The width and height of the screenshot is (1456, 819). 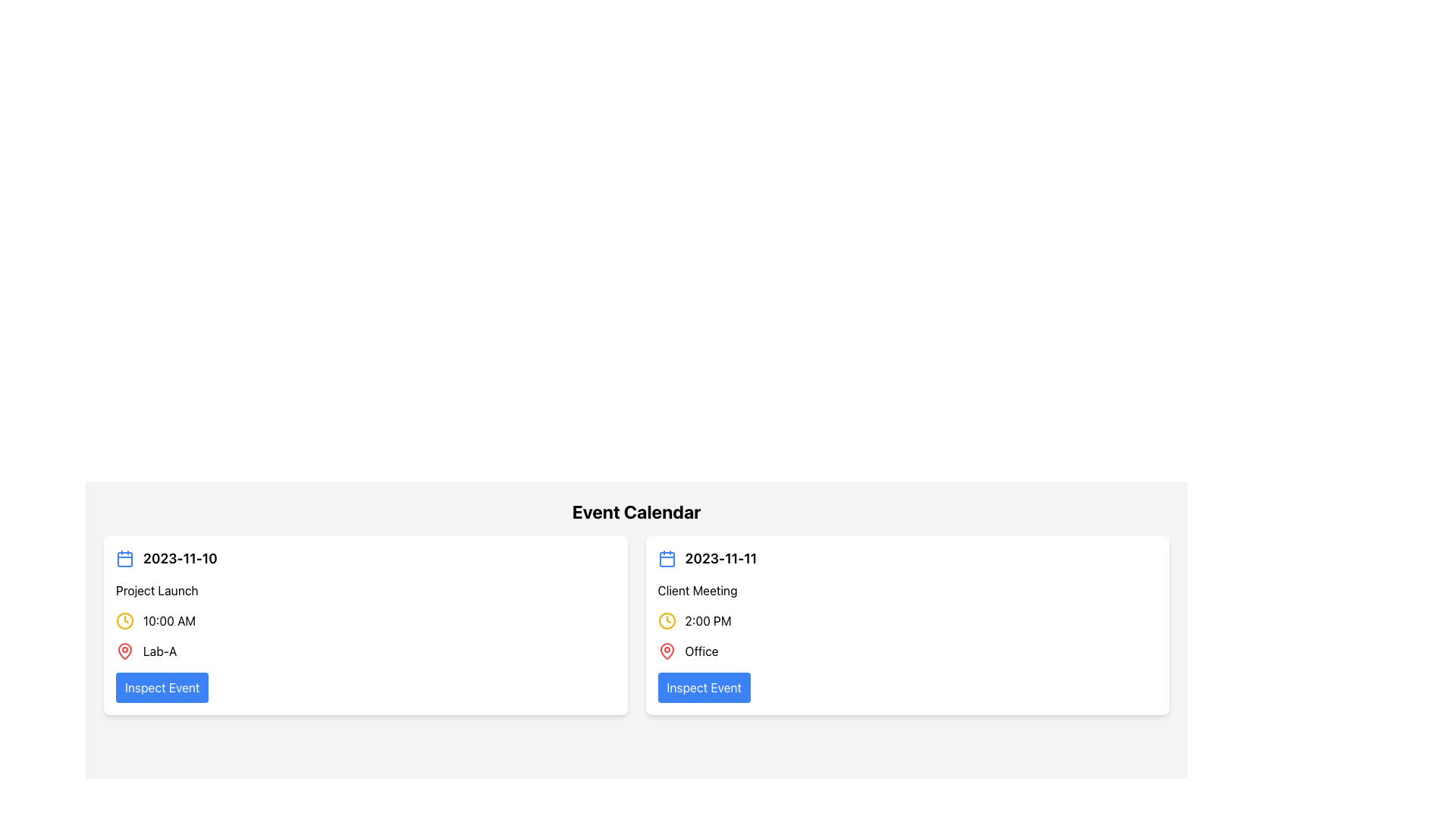 I want to click on the calendar icon located at the upper-left corner of the first event card, next to the date text '2023-11-10', so click(x=124, y=558).